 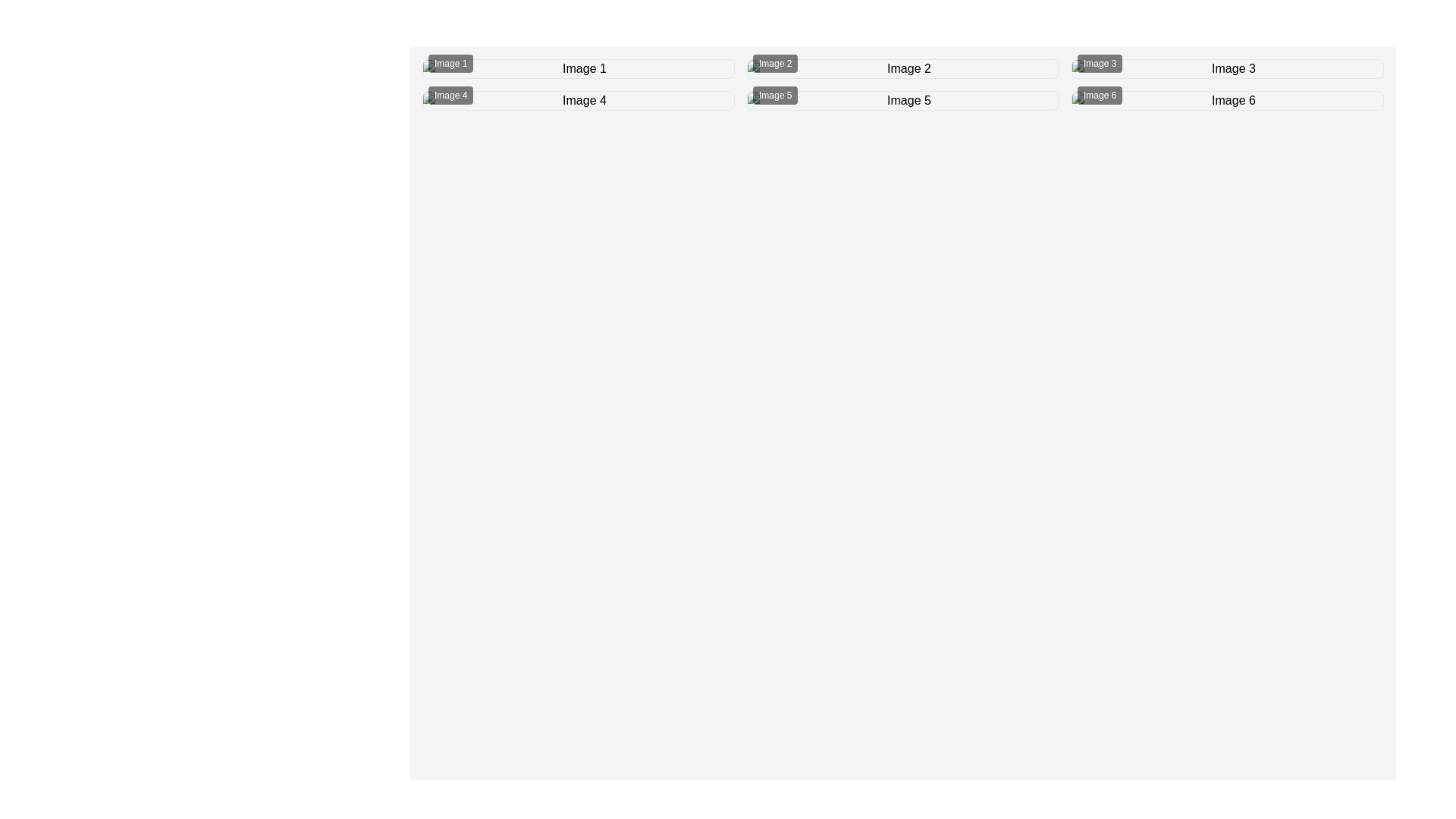 I want to click on the image thumbnail labeled 'Image 4' which has a semi-transparent black caption overlay and rounded corners, located in the leftmost column of the second row of a grid layout, so click(x=578, y=100).